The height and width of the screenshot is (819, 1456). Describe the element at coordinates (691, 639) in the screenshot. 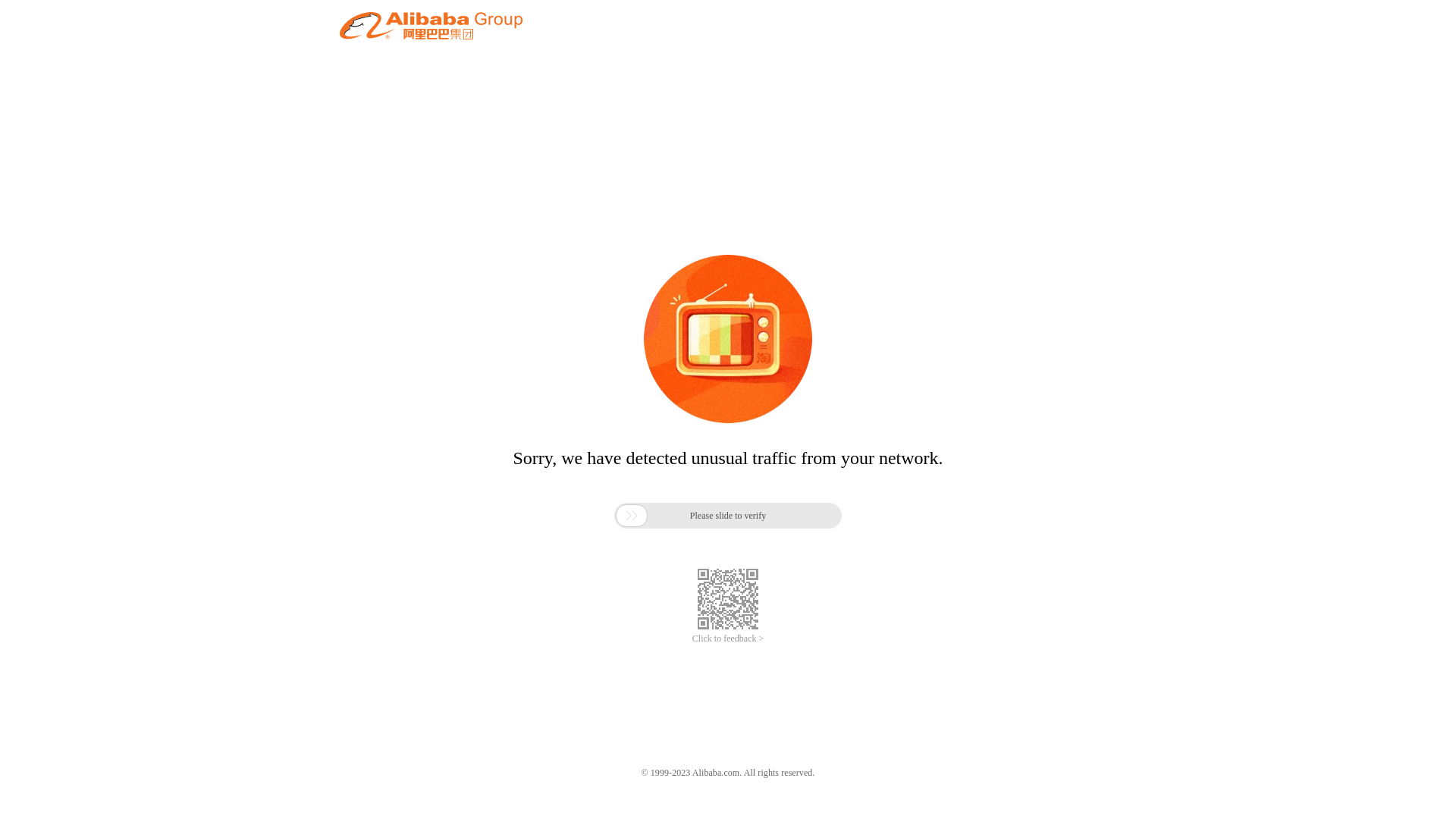

I see `'Click to feedback >'` at that location.